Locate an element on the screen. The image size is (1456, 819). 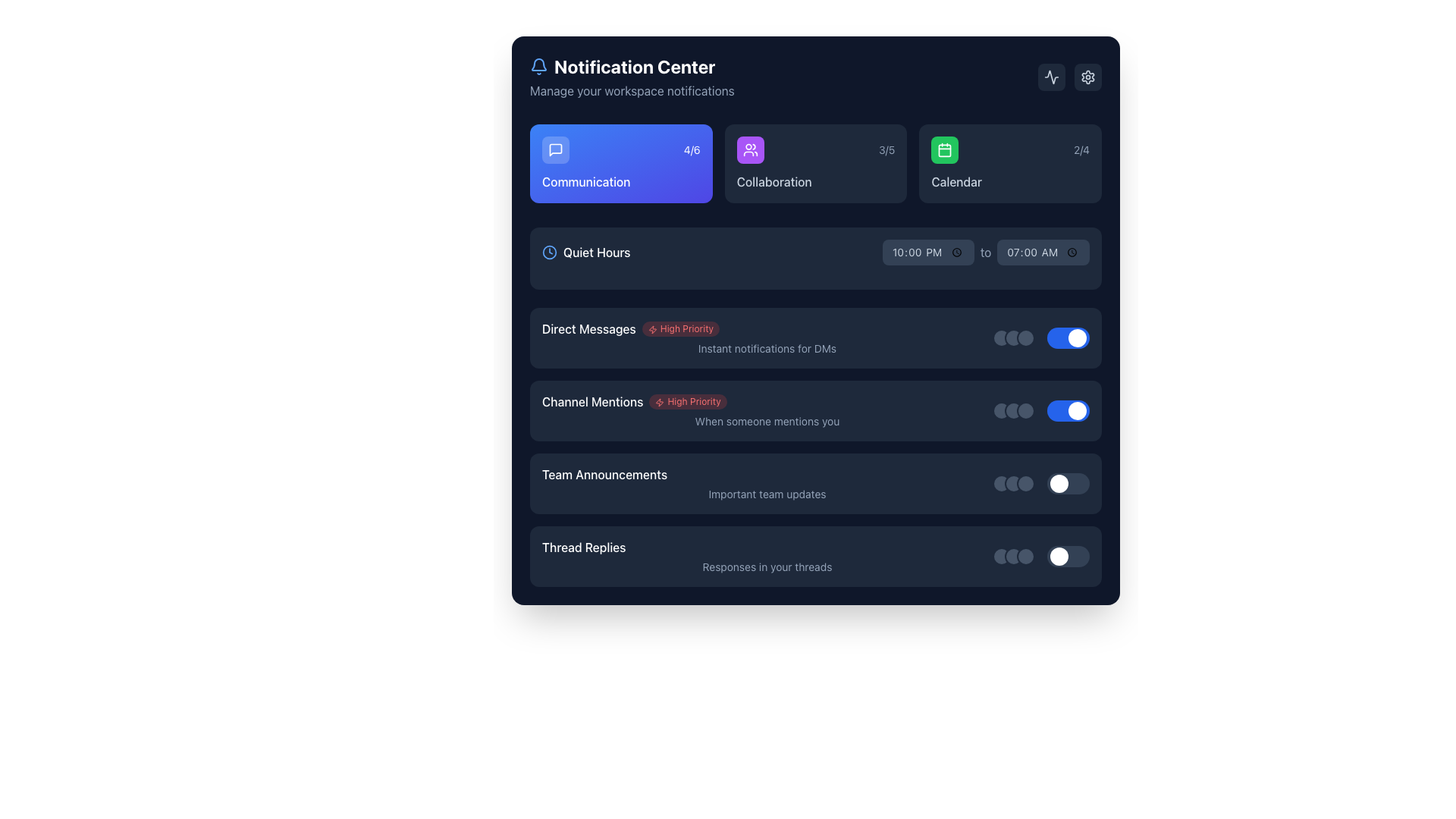
the 'Collaboration' button in the Notification Center interface is located at coordinates (750, 149).